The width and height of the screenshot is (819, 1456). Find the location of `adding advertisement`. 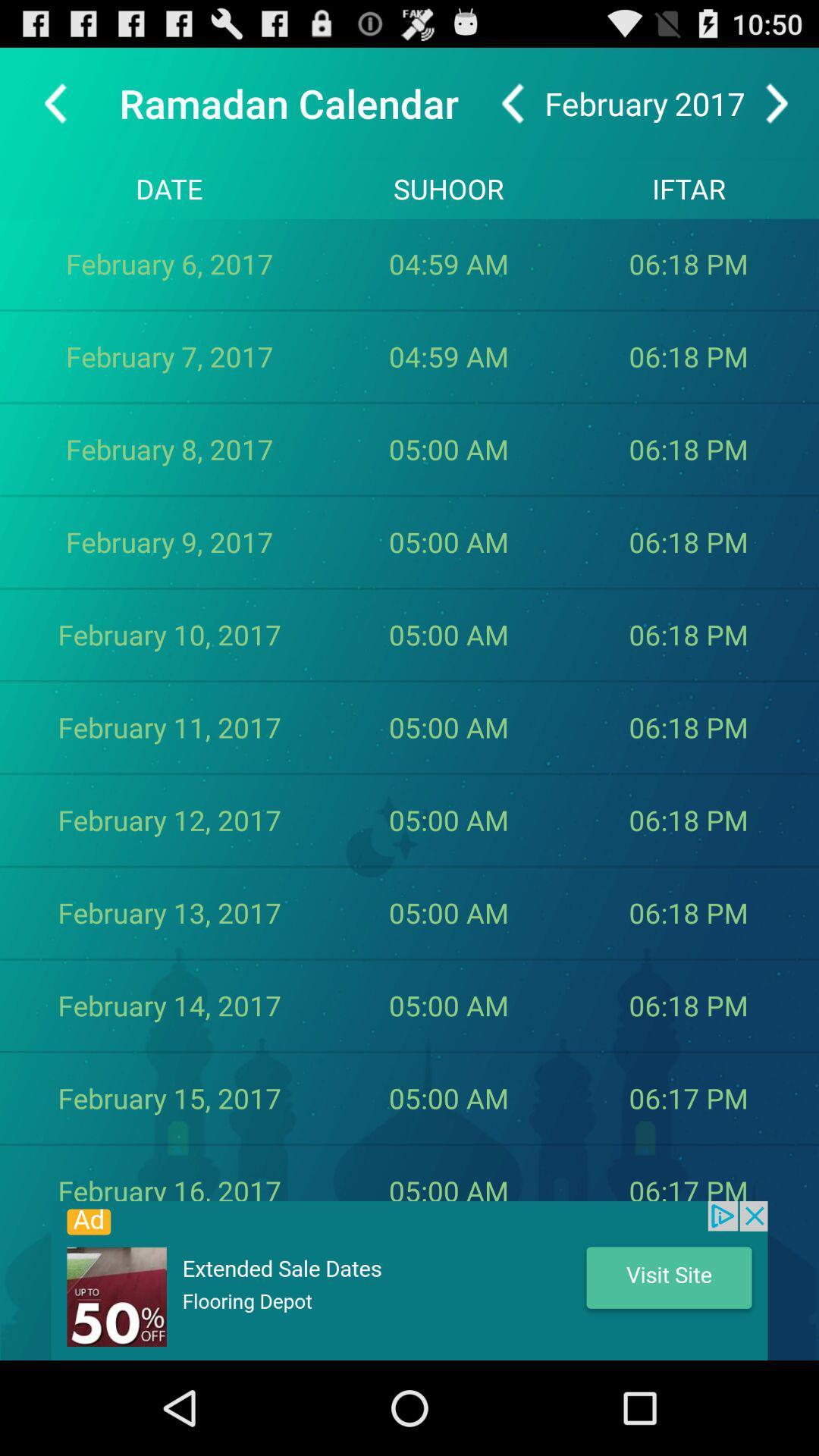

adding advertisement is located at coordinates (409, 1280).